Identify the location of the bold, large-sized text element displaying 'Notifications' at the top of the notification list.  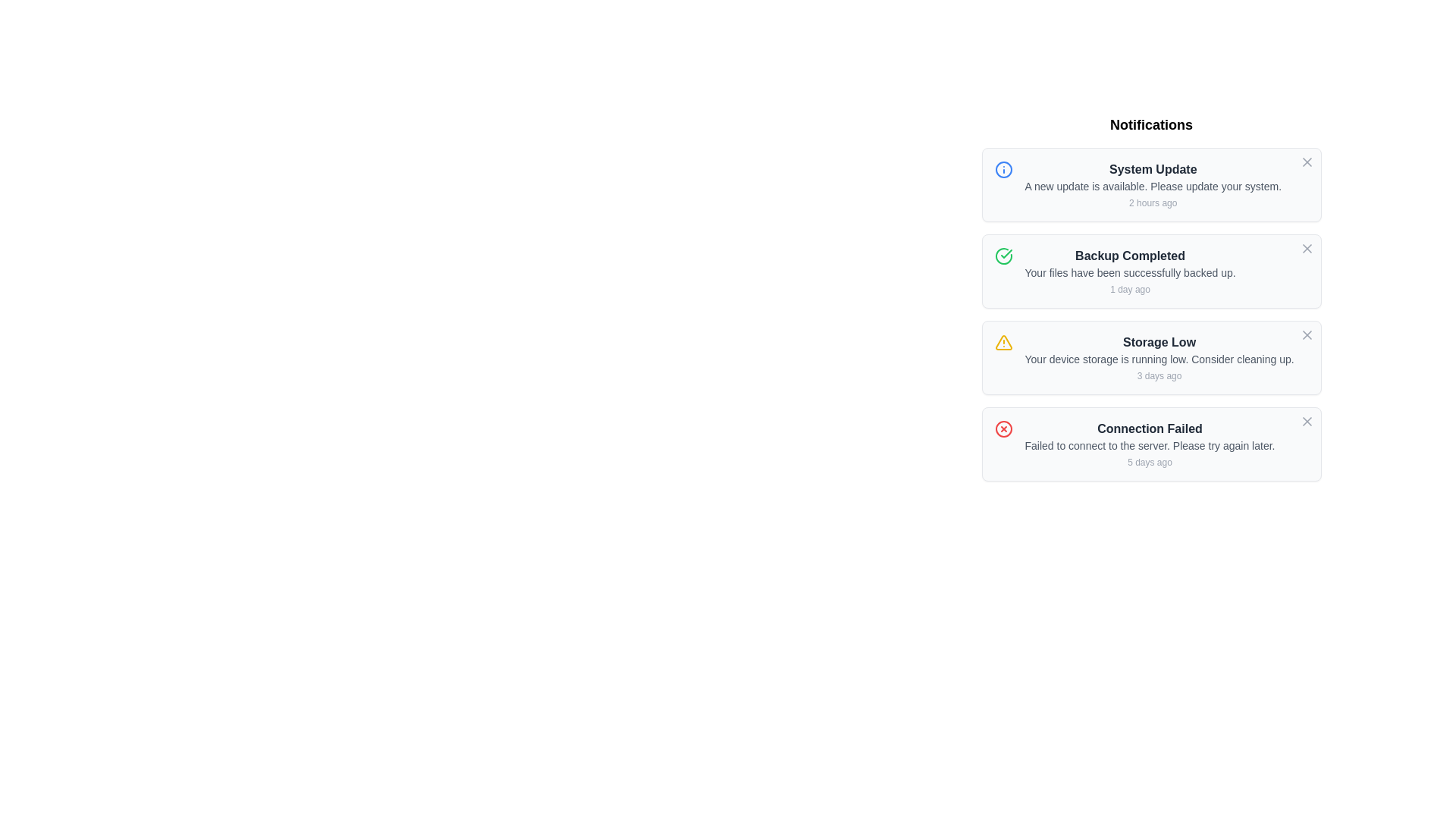
(1151, 124).